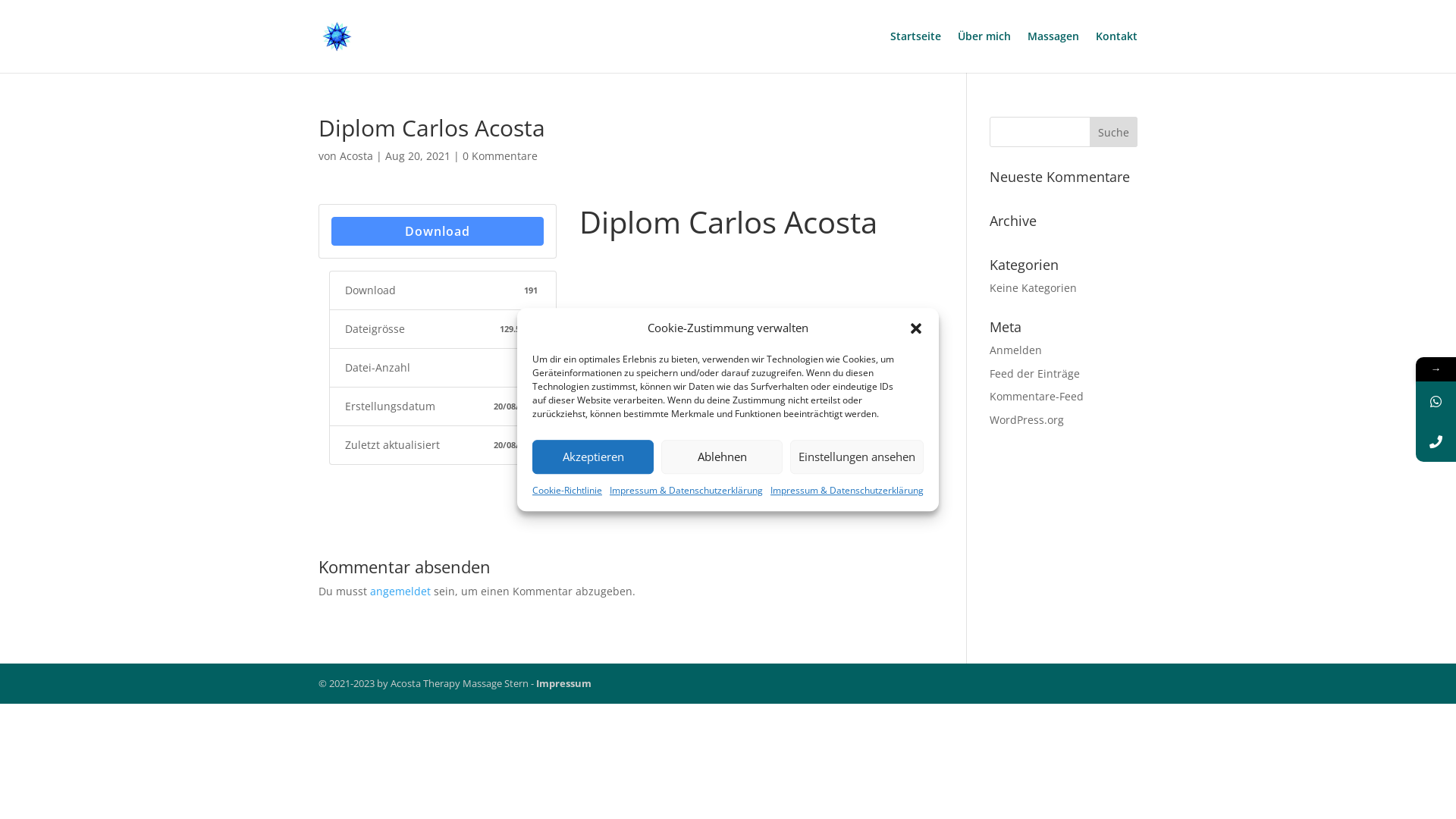  What do you see at coordinates (436, 231) in the screenshot?
I see `'Download'` at bounding box center [436, 231].